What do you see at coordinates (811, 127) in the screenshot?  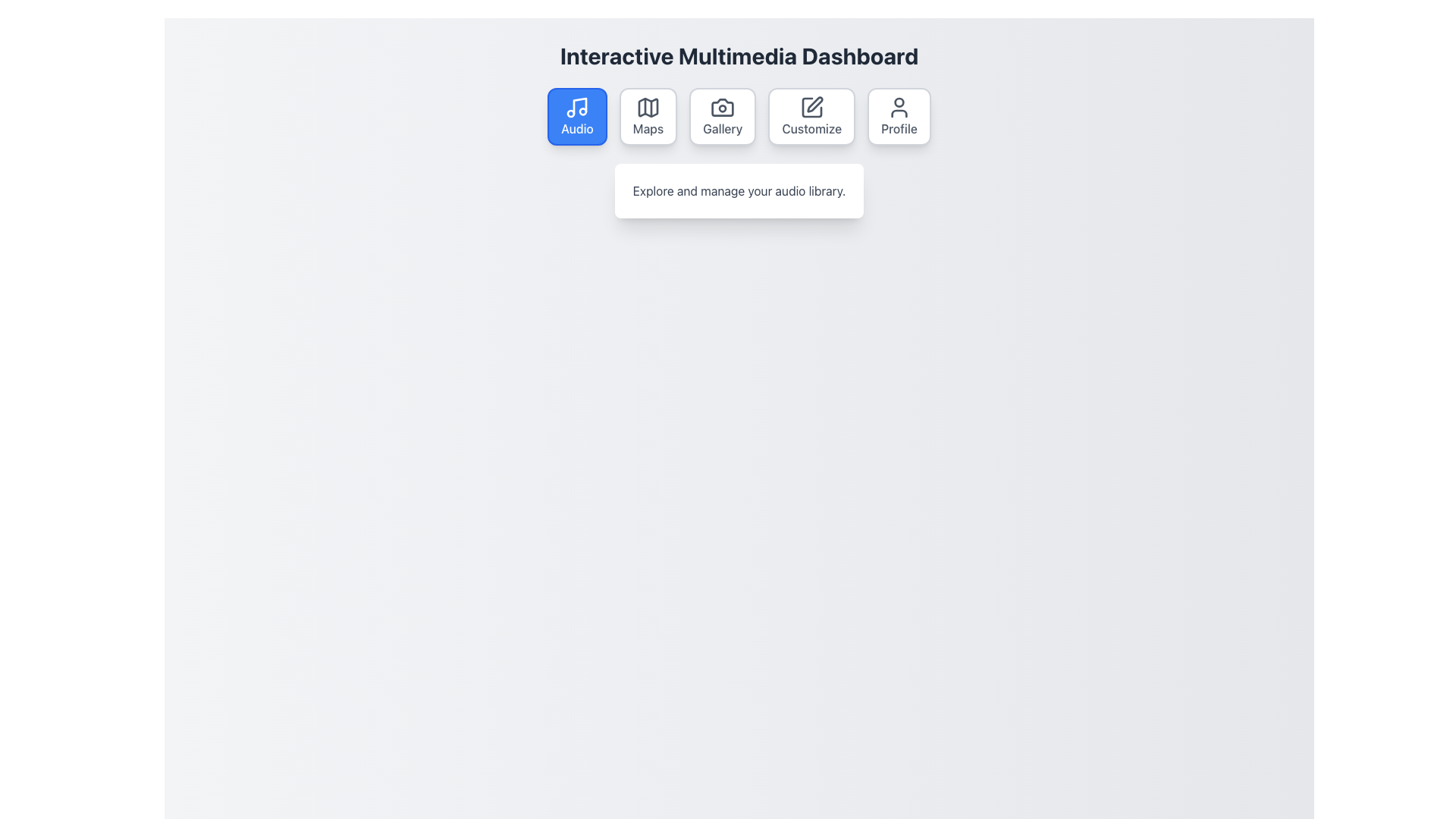 I see `the 'Customize' text label, which is the fourth item in a horizontal layout of interactive elements between 'Gallery' and 'Profile'` at bounding box center [811, 127].